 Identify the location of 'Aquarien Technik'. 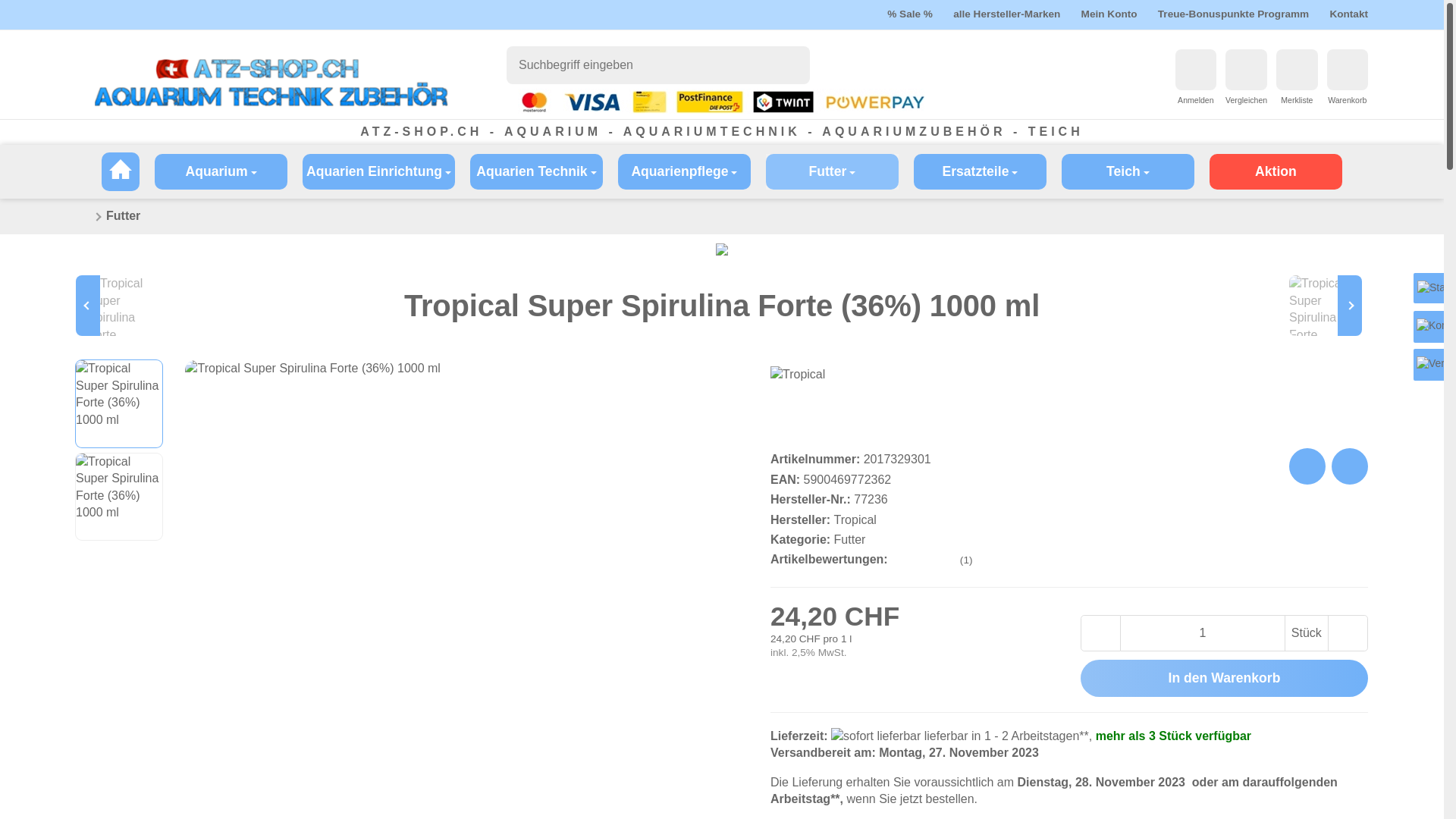
(469, 171).